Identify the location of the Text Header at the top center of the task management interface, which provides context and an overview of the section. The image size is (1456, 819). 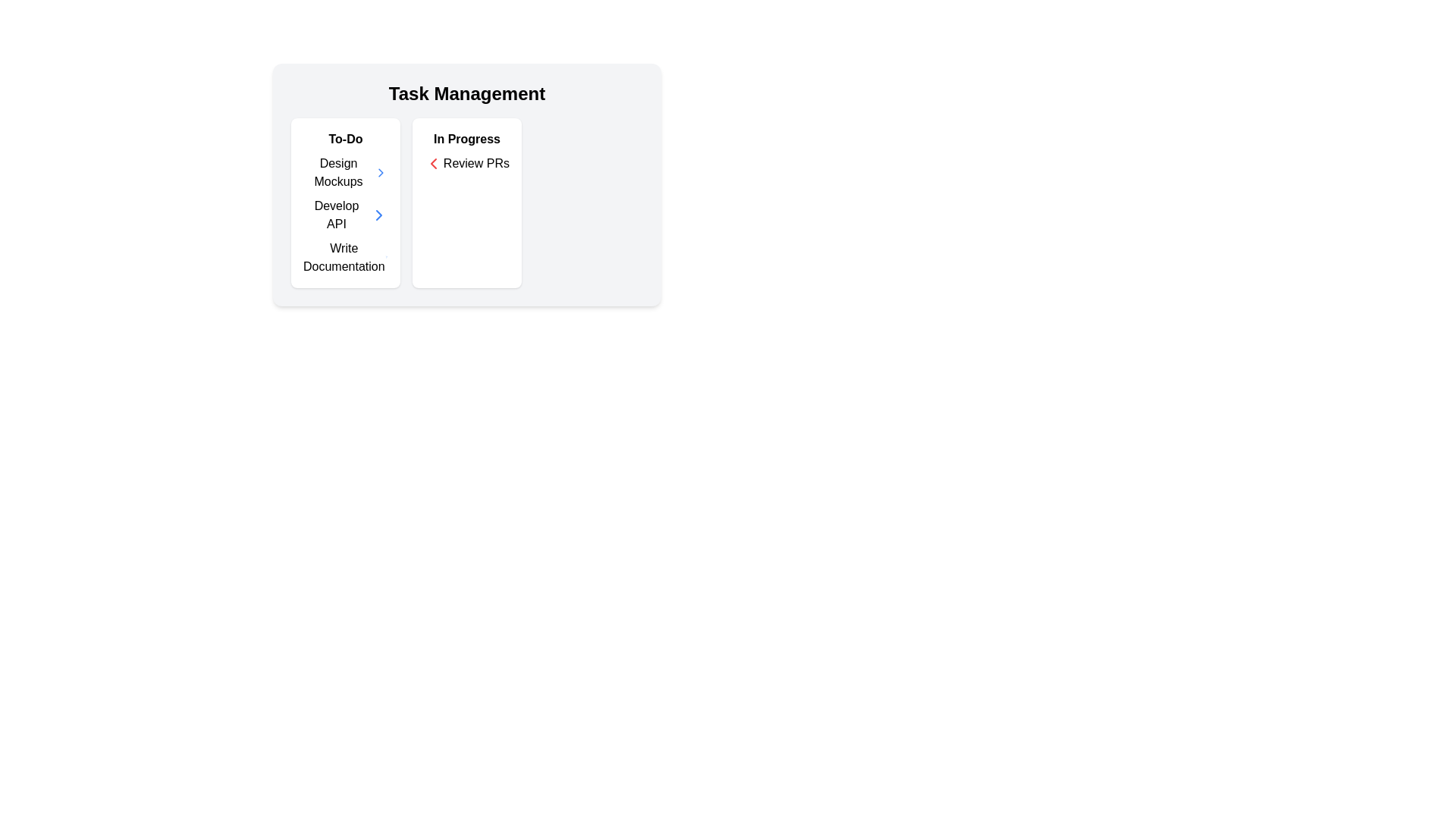
(466, 93).